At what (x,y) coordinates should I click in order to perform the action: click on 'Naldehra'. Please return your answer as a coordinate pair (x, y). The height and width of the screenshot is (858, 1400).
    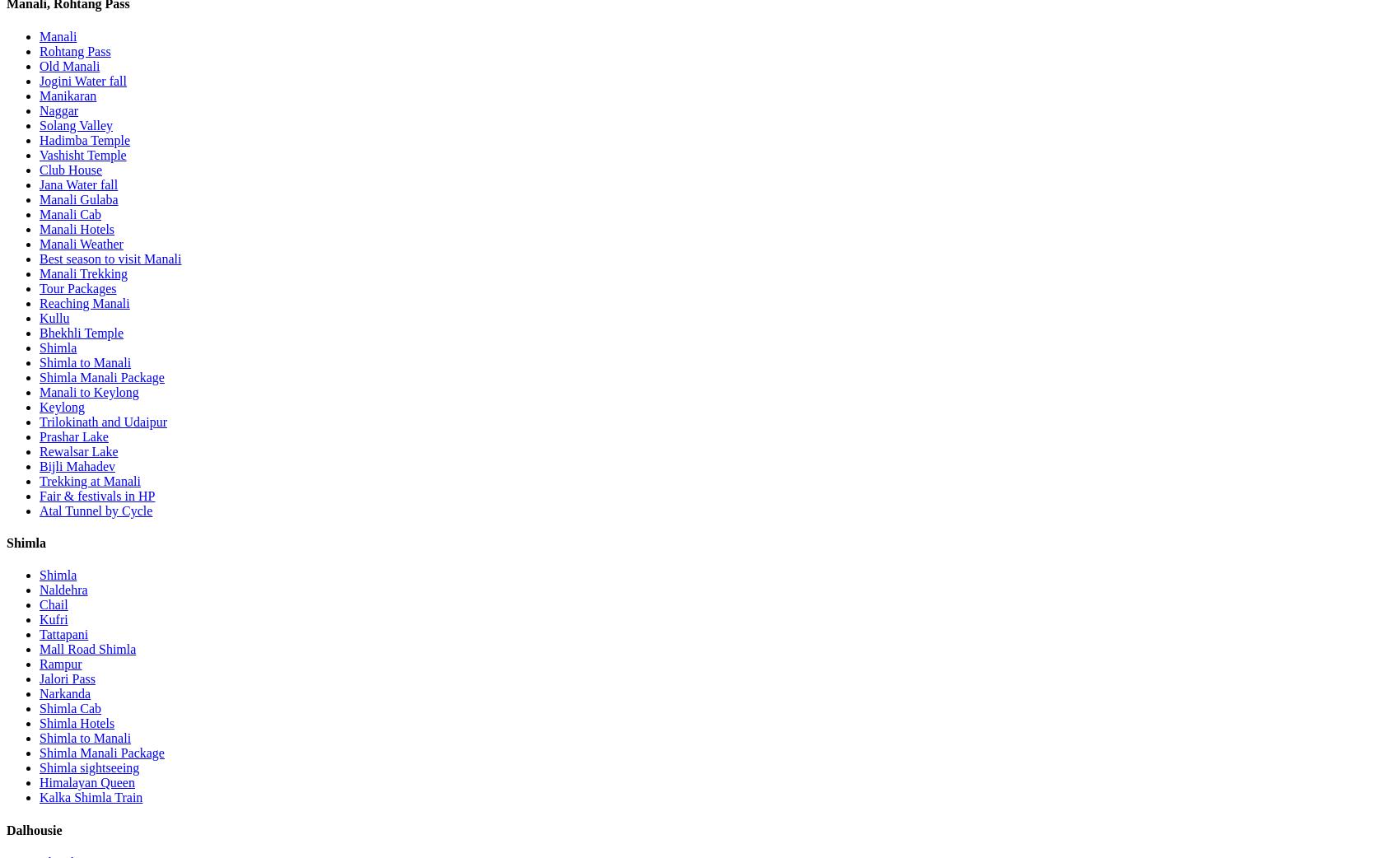
    Looking at the image, I should click on (63, 589).